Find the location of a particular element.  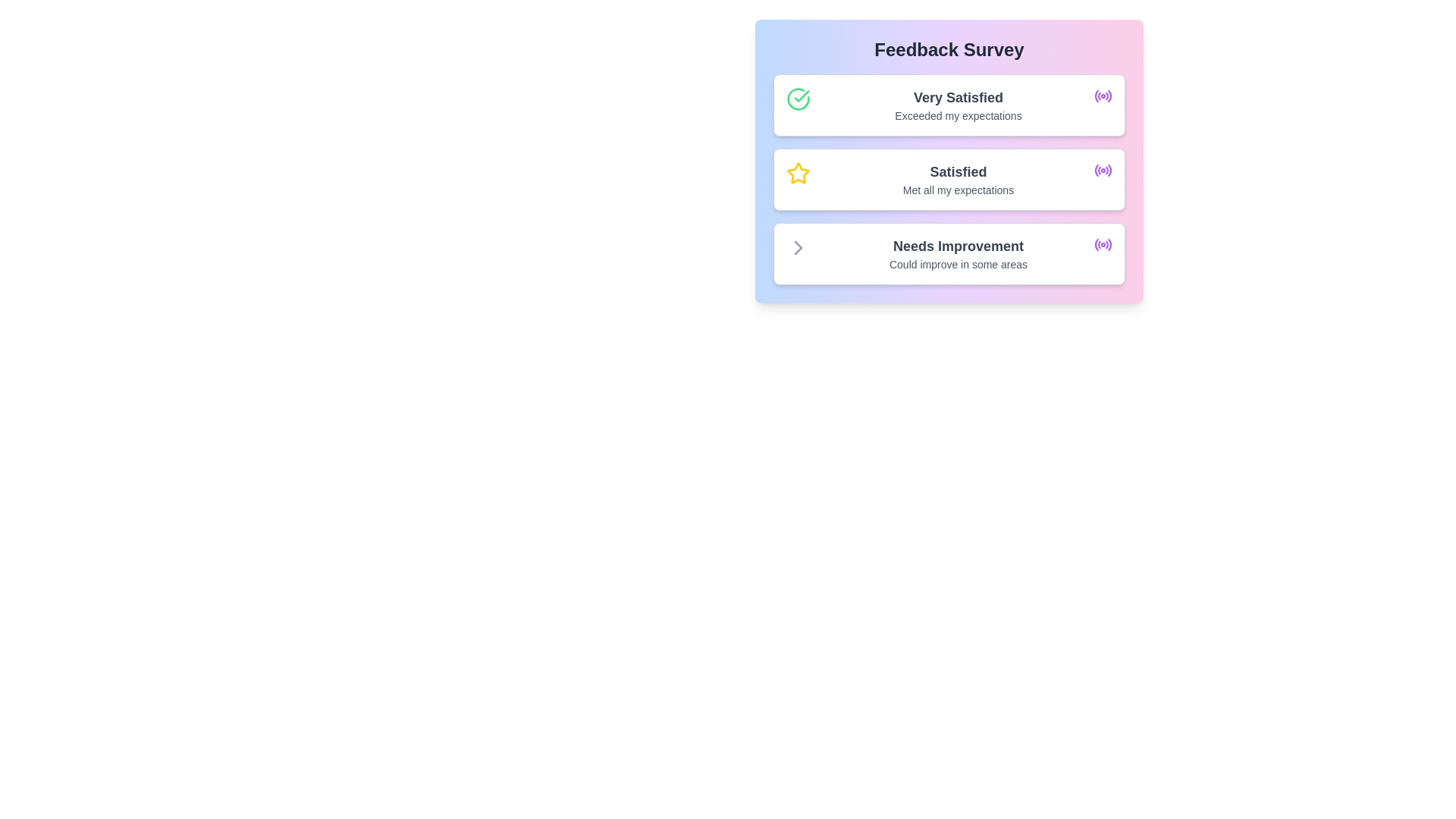

the 'Satisfied' selectable card which is the second option in the feedback section is located at coordinates (949, 178).